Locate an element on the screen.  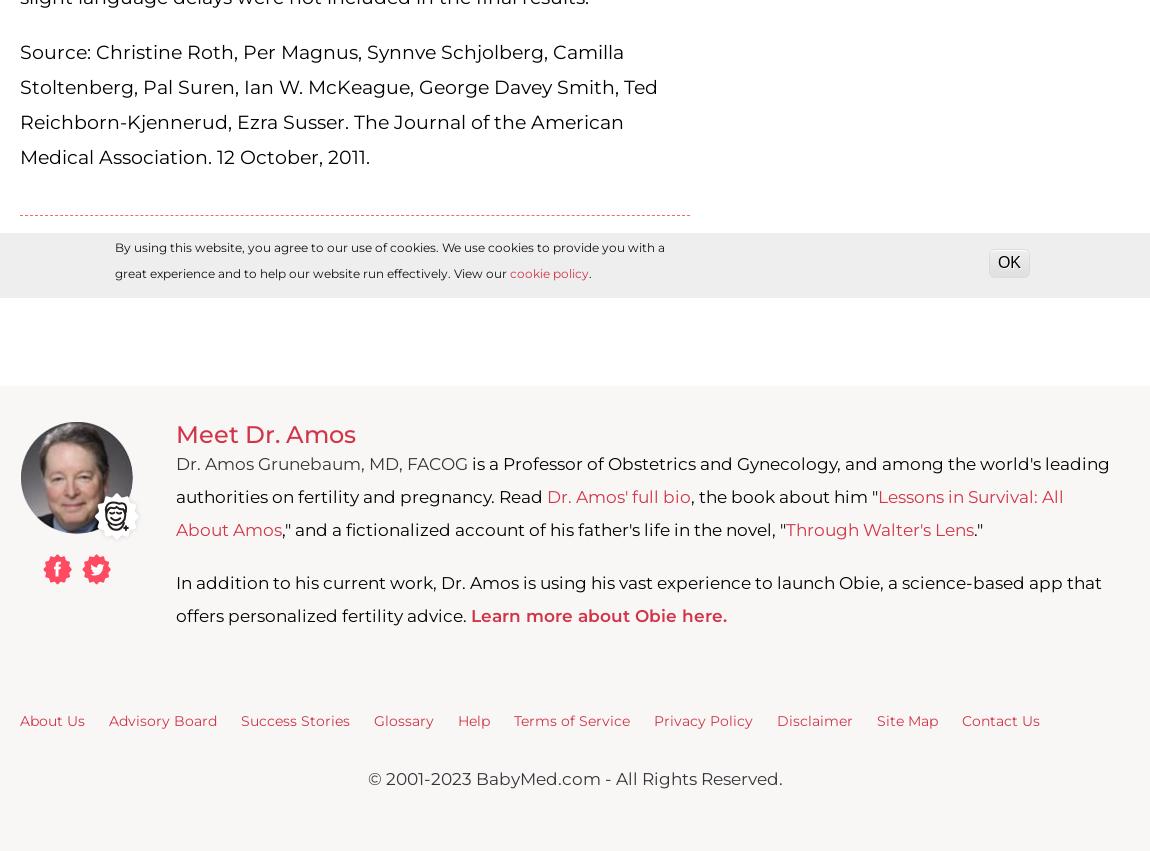
'OK' is located at coordinates (1009, 261).